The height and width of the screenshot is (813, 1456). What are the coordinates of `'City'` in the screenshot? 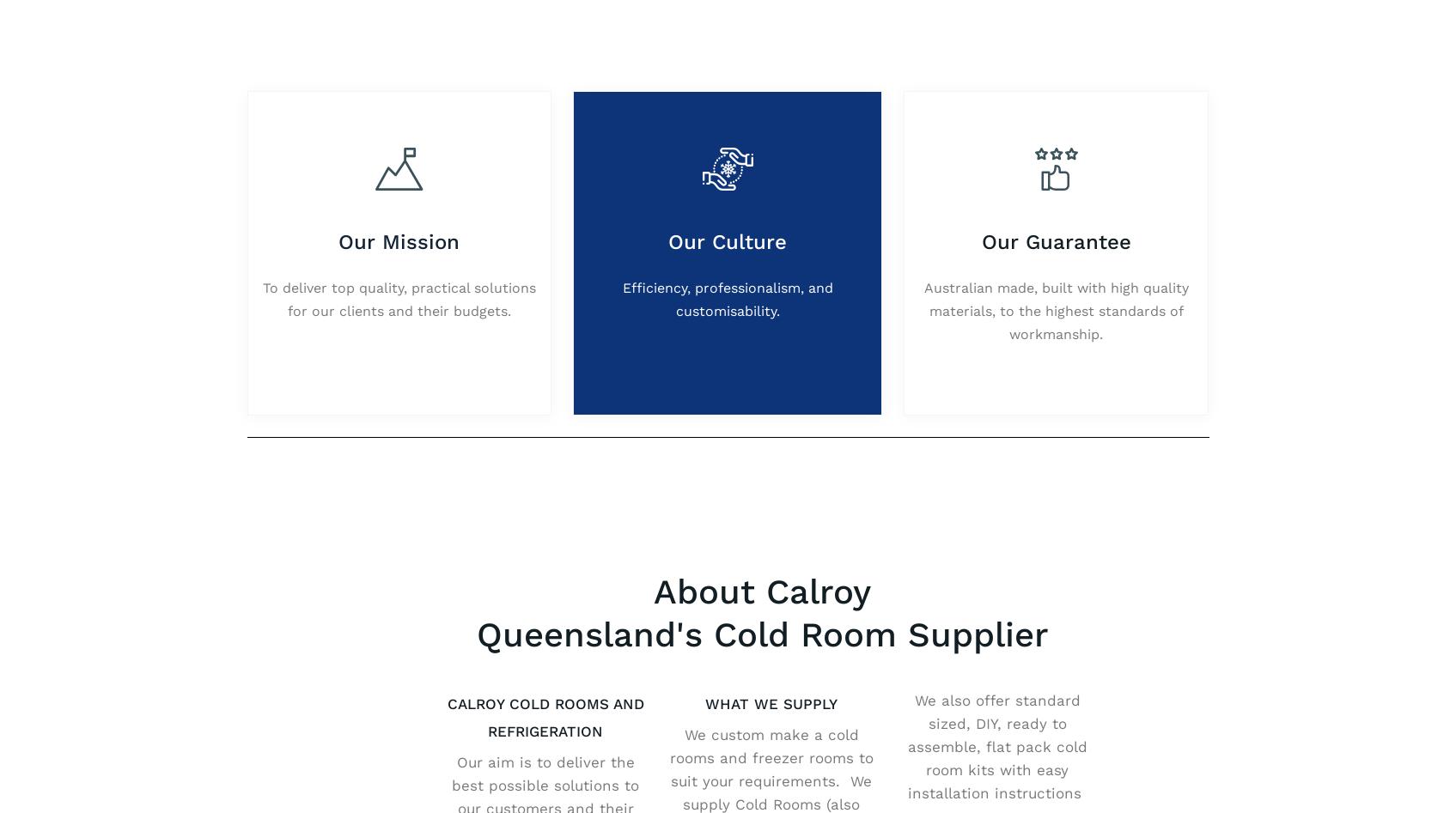 It's located at (432, 294).